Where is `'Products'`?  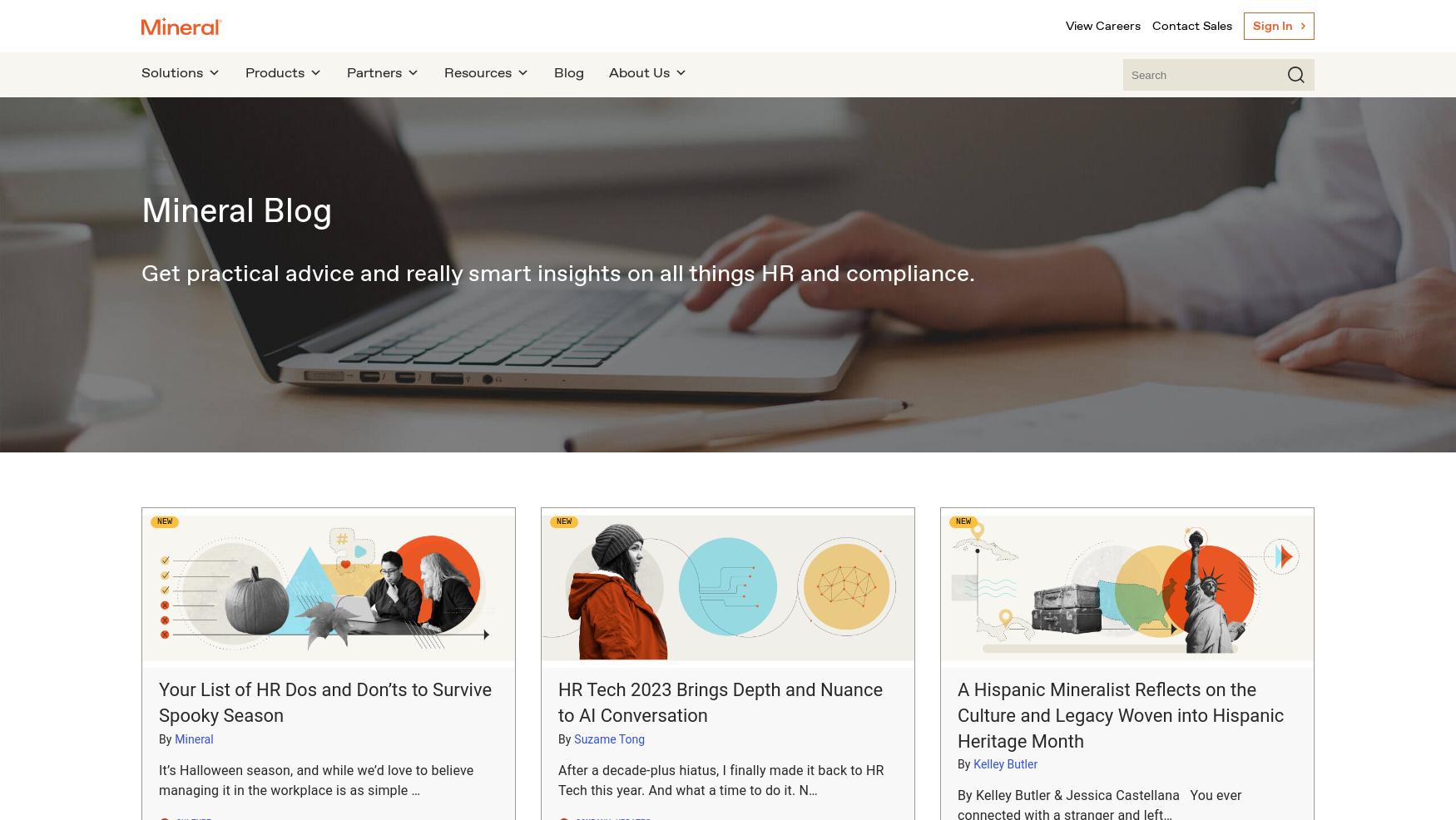
'Products' is located at coordinates (275, 72).